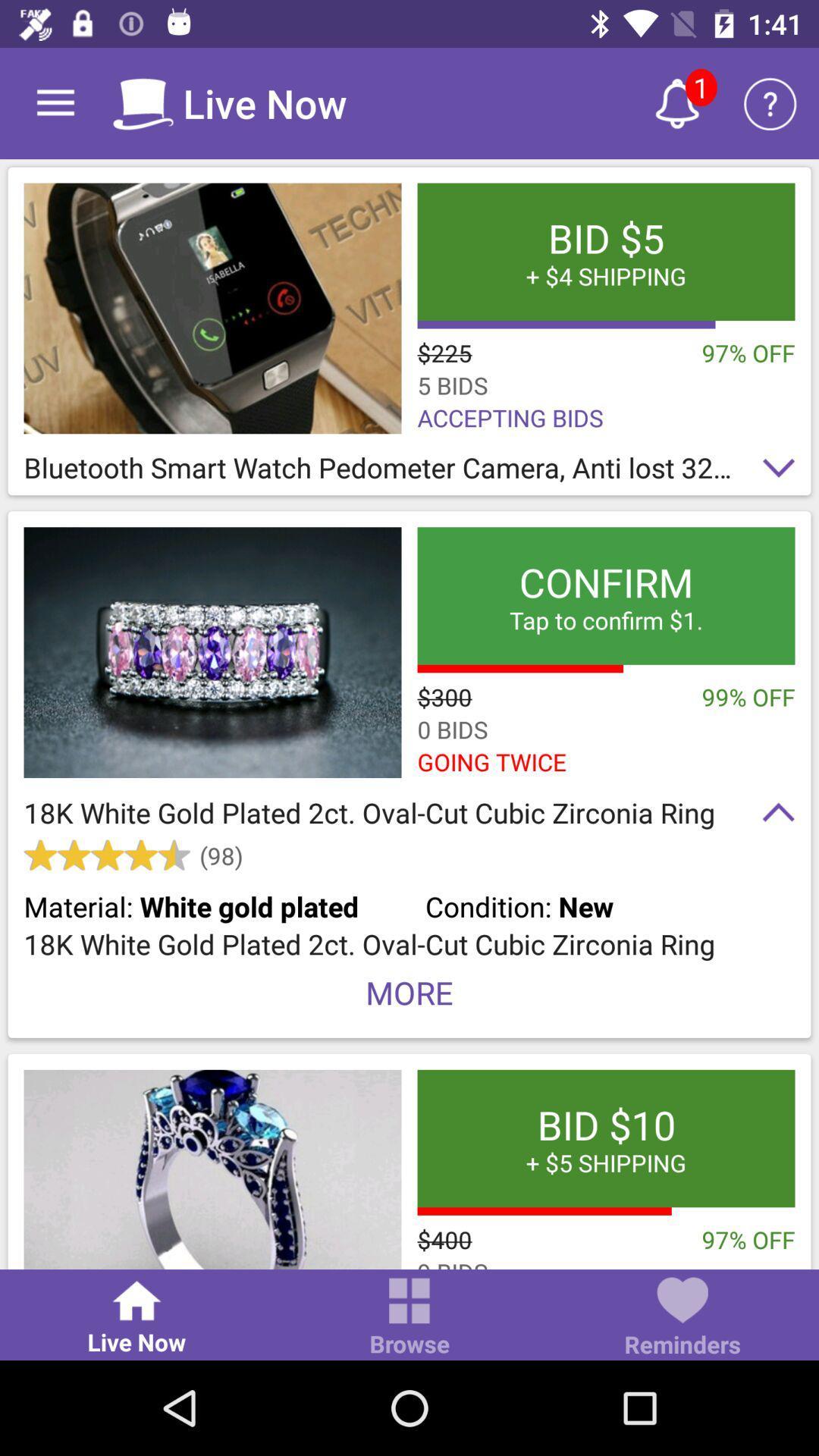 Image resolution: width=819 pixels, height=1456 pixels. What do you see at coordinates (409, 1317) in the screenshot?
I see `item next to live now` at bounding box center [409, 1317].